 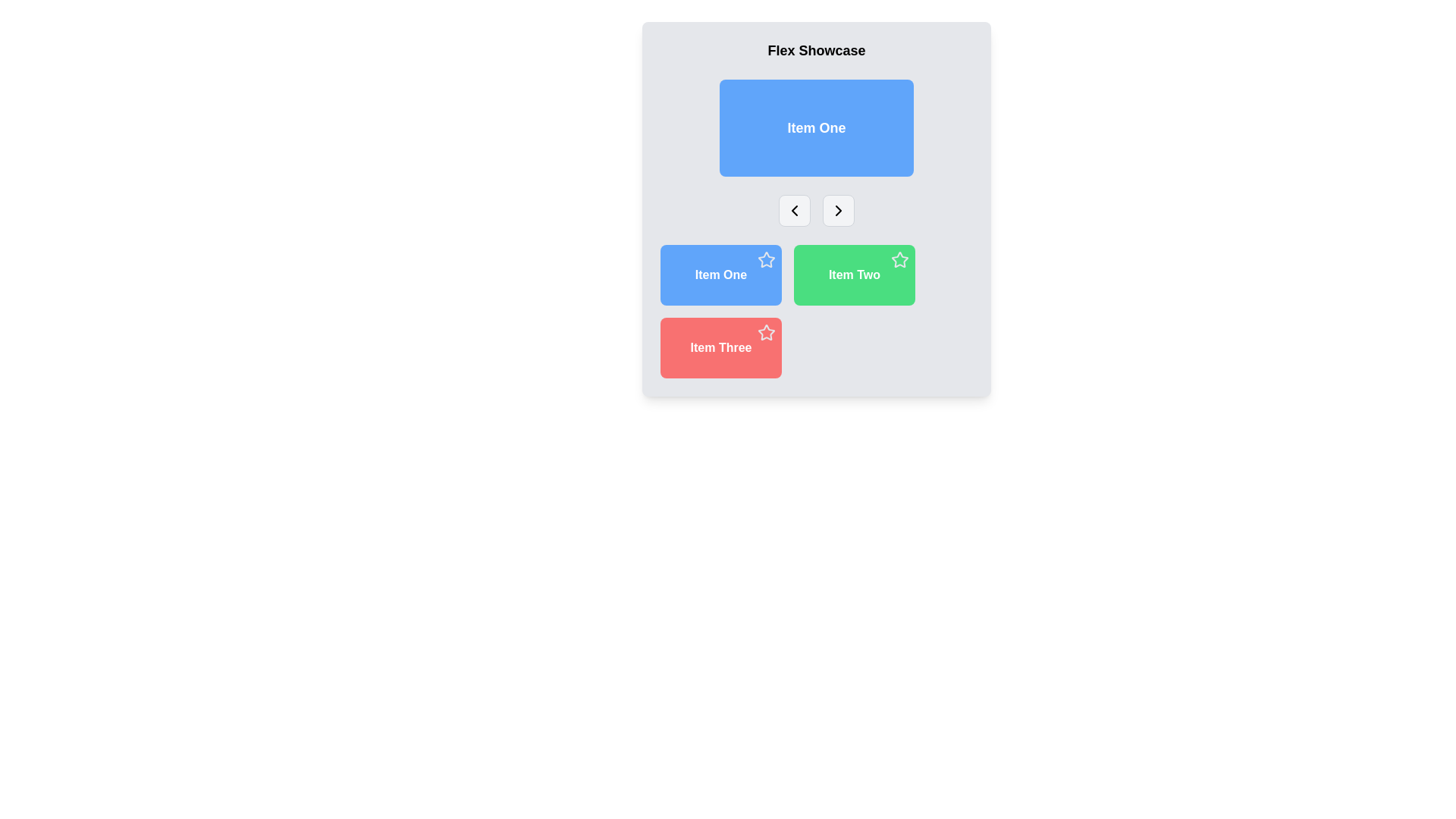 What do you see at coordinates (767, 259) in the screenshot?
I see `the star icon located inside the light blue button labeled 'Item One', positioned at the top-left within the group of three buttons below the 'Flex Showcase' header` at bounding box center [767, 259].